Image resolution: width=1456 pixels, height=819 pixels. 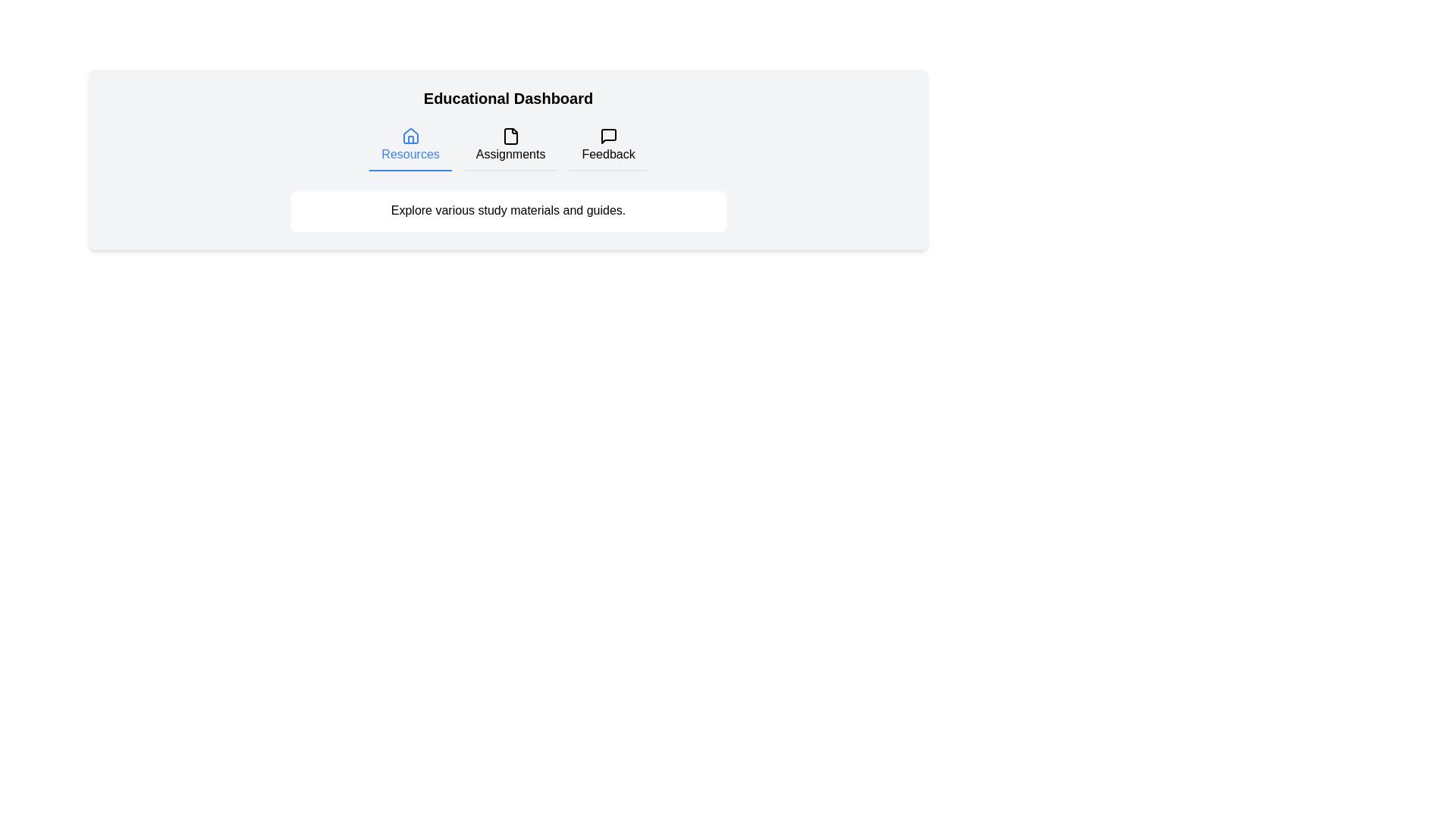 What do you see at coordinates (608, 155) in the screenshot?
I see `the 'Feedback' text label, which is the rightmost navigation option in the horizontal group below the 'Educational Dashboard' header` at bounding box center [608, 155].